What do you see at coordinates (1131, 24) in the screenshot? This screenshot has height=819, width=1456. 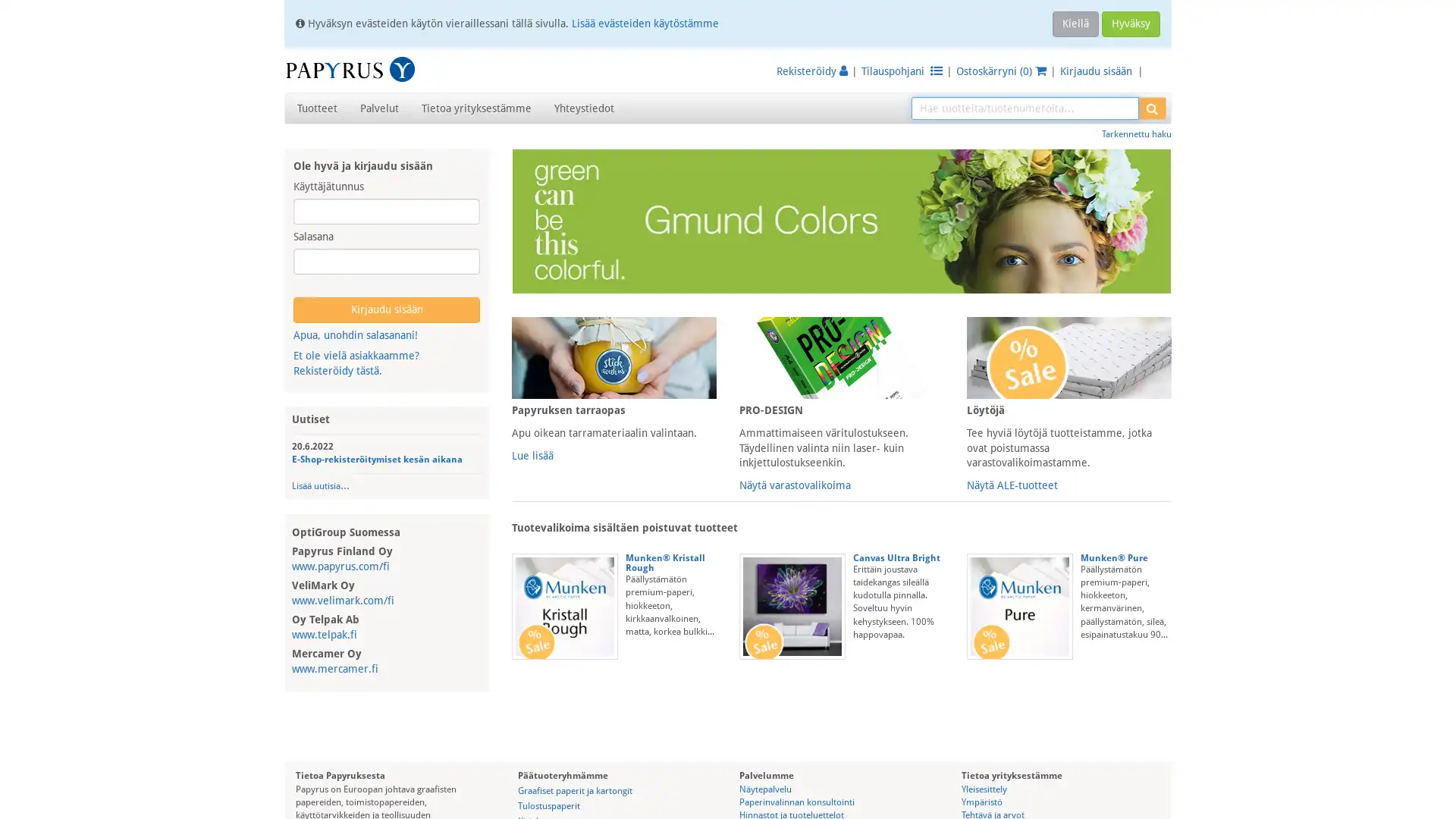 I see `Hyvaksy` at bounding box center [1131, 24].